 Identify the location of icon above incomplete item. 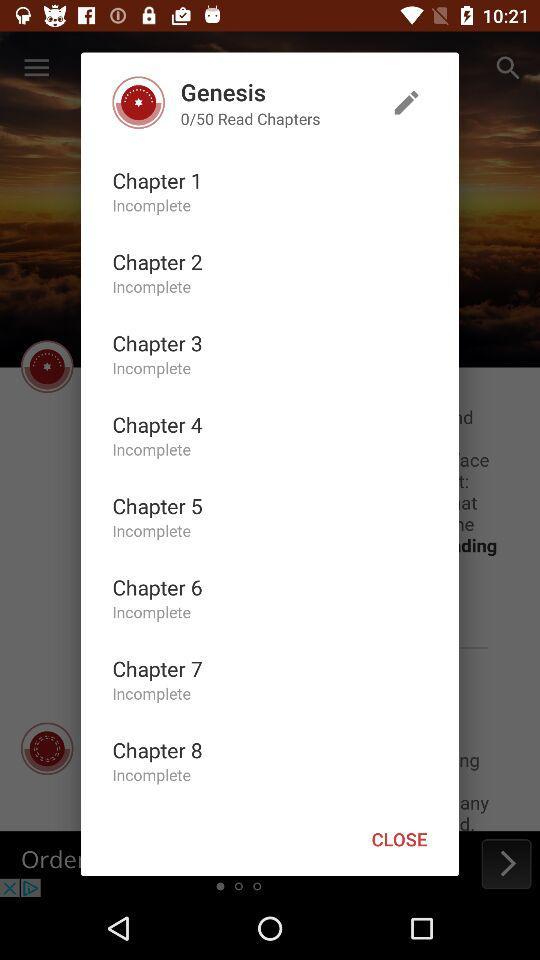
(156, 424).